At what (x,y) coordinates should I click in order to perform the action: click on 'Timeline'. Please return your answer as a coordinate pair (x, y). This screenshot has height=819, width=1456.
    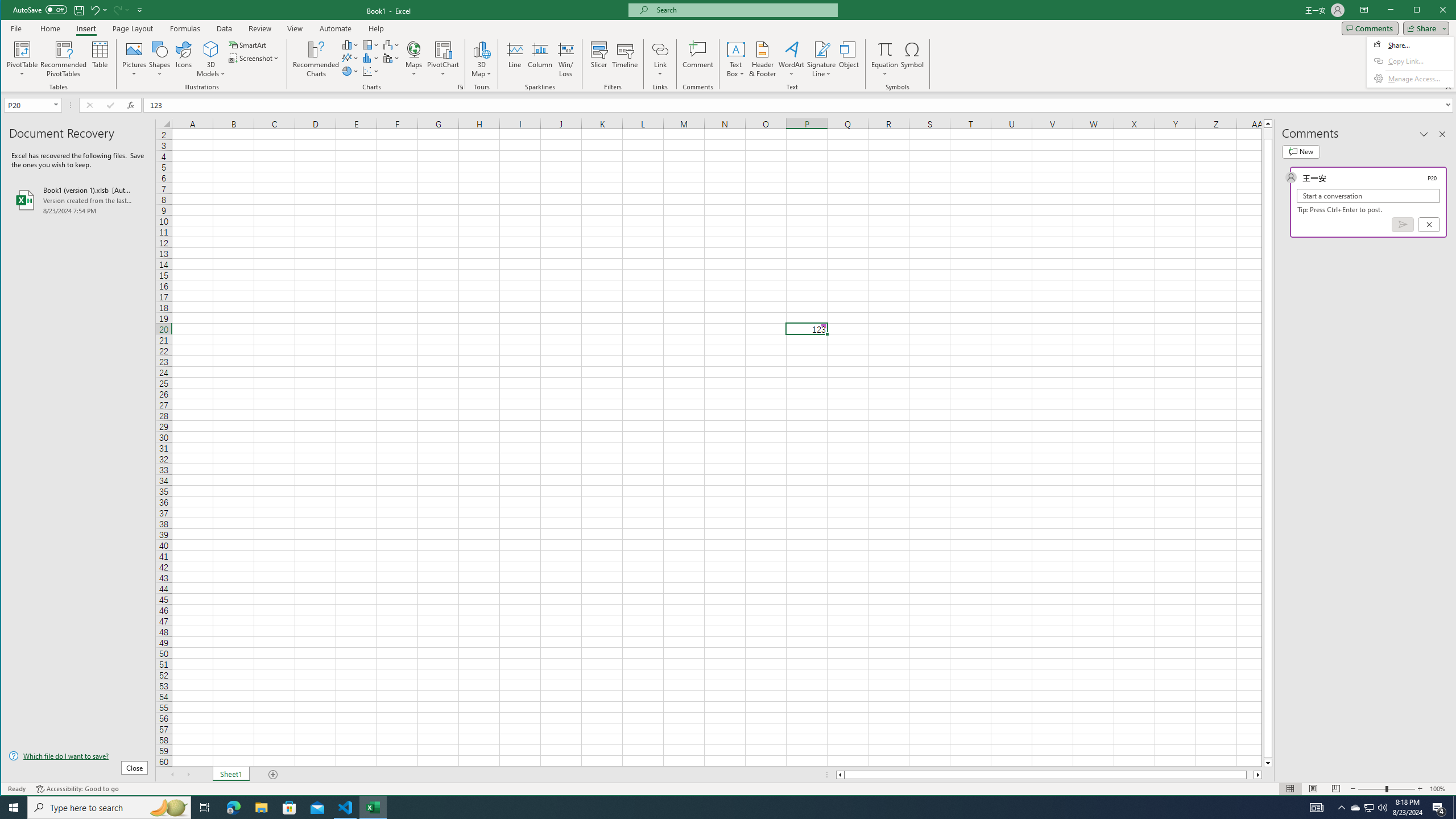
    Looking at the image, I should click on (624, 59).